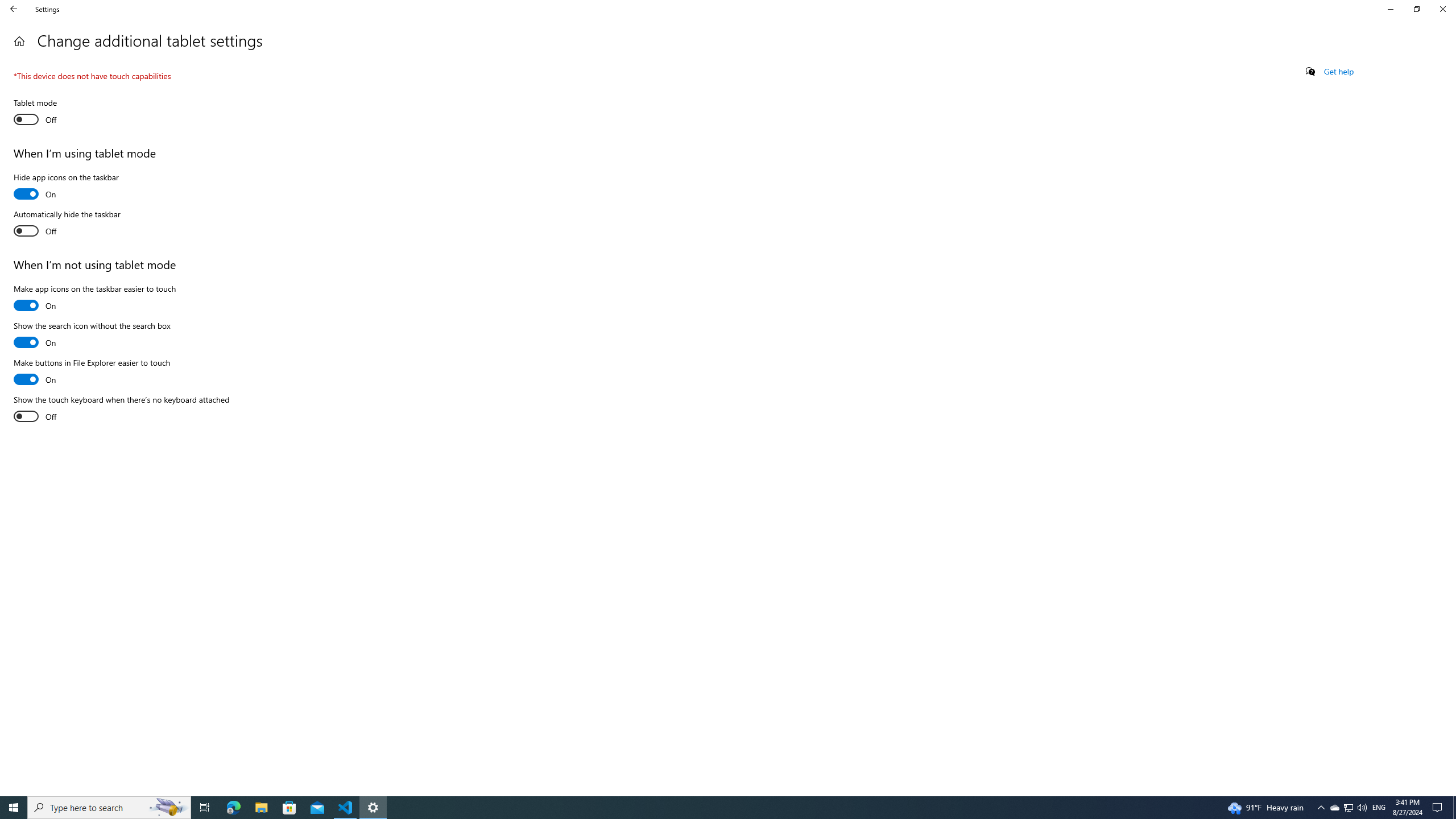 The width and height of the screenshot is (1456, 819). What do you see at coordinates (1389, 9) in the screenshot?
I see `'Minimize Settings'` at bounding box center [1389, 9].